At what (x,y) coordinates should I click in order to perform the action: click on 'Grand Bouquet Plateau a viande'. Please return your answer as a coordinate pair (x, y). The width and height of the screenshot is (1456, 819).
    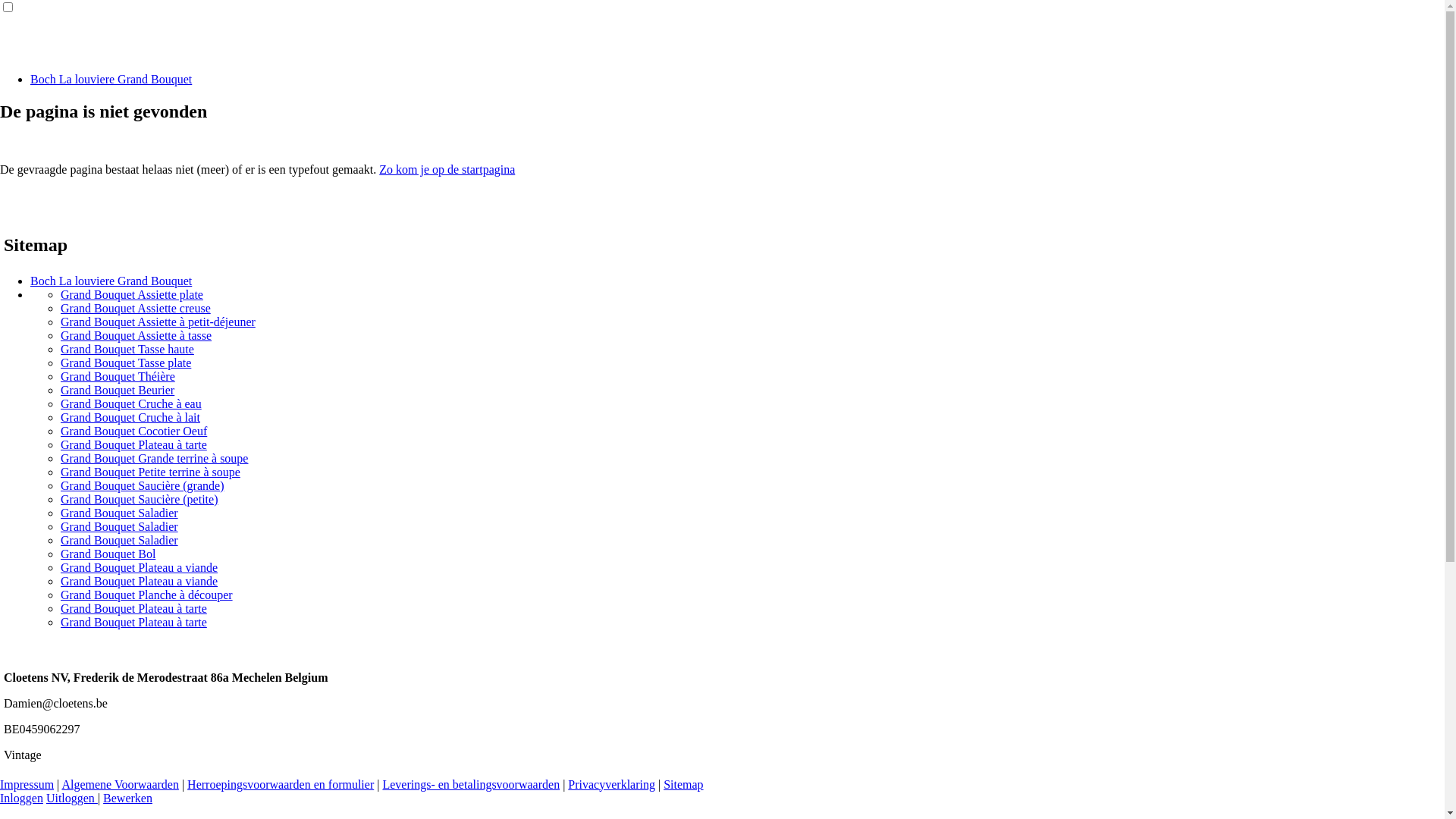
    Looking at the image, I should click on (61, 567).